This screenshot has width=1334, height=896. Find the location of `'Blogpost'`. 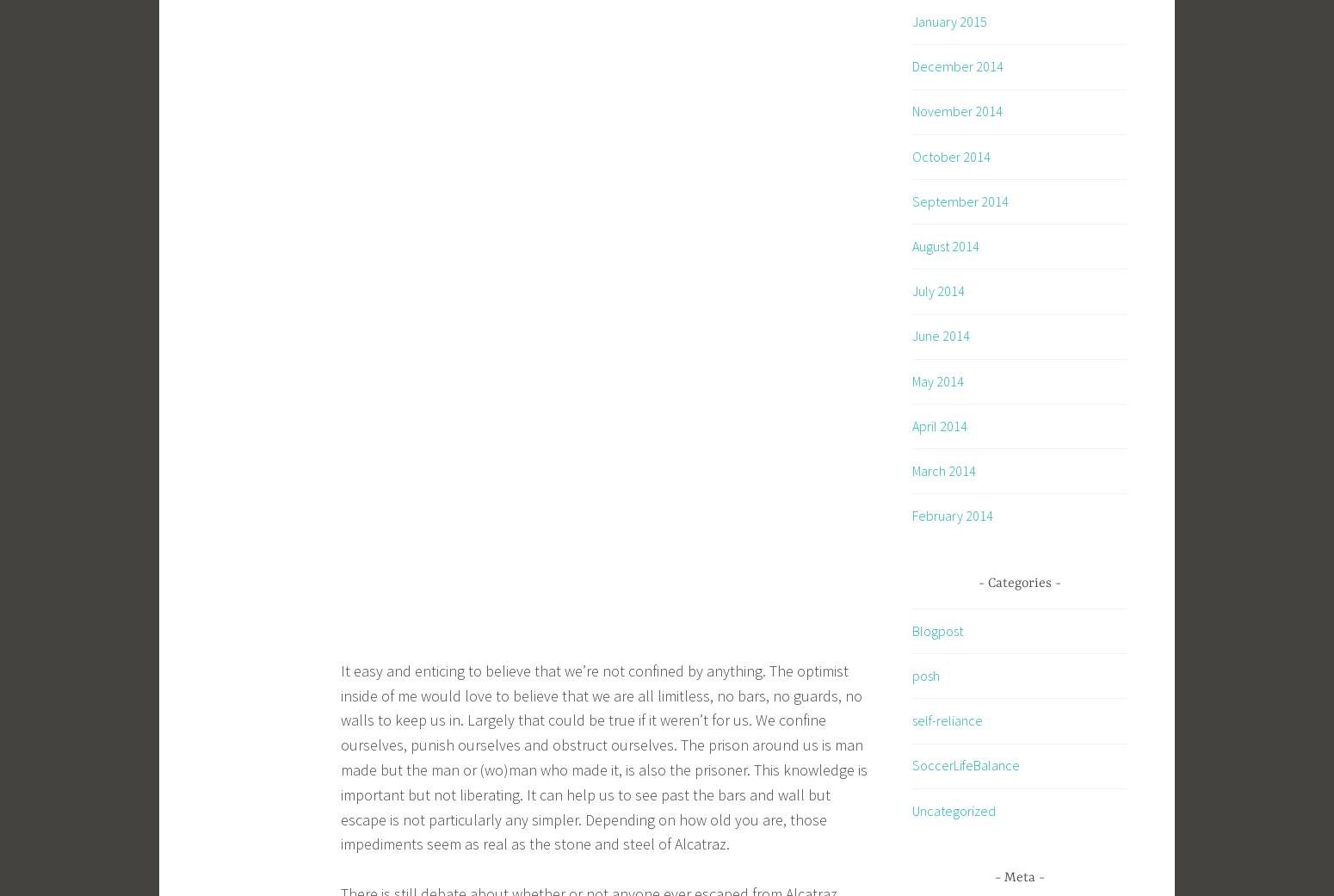

'Blogpost' is located at coordinates (936, 630).